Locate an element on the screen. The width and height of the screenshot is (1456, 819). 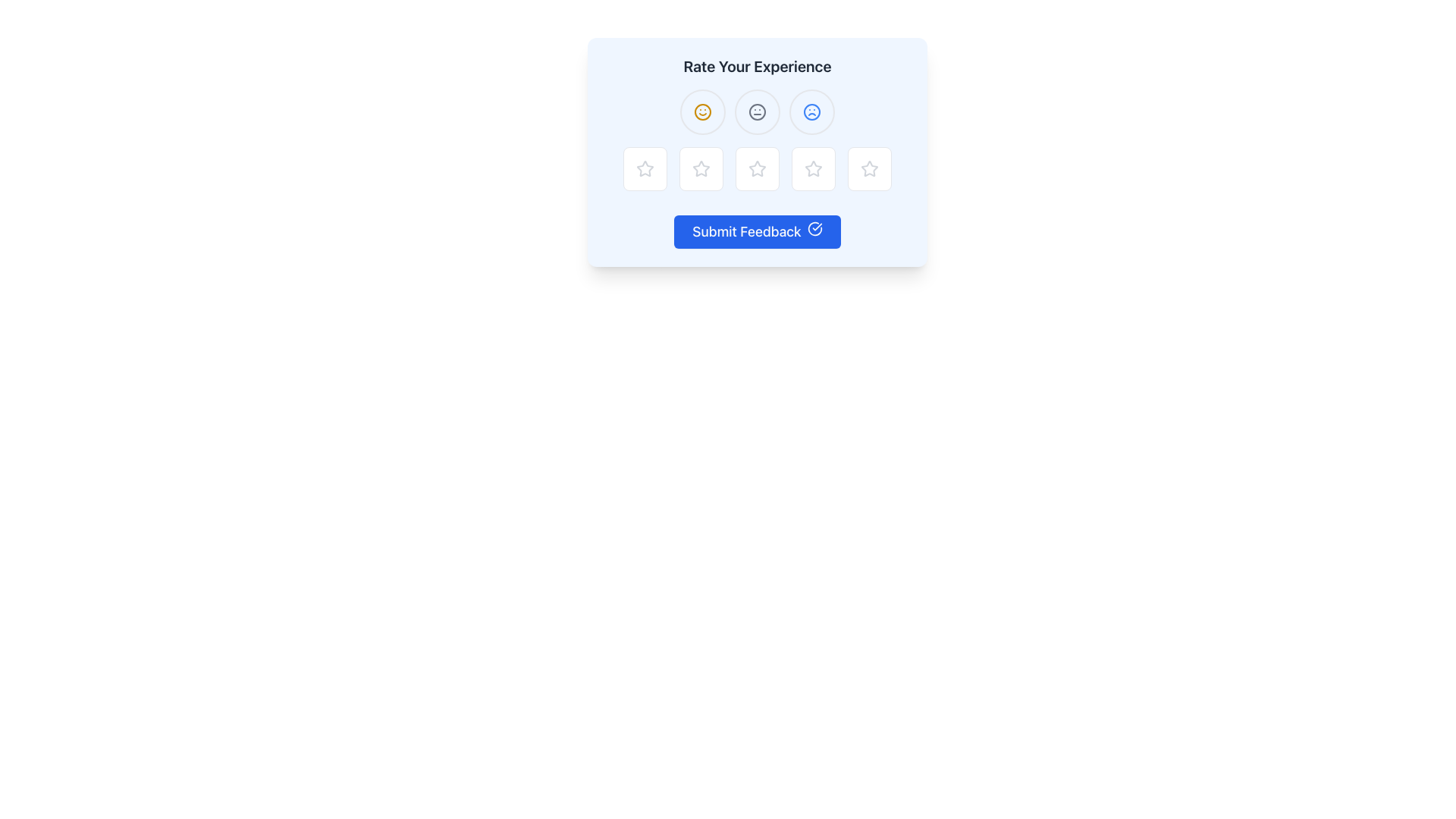
the third interactive rating button in the feedback survey is located at coordinates (757, 169).